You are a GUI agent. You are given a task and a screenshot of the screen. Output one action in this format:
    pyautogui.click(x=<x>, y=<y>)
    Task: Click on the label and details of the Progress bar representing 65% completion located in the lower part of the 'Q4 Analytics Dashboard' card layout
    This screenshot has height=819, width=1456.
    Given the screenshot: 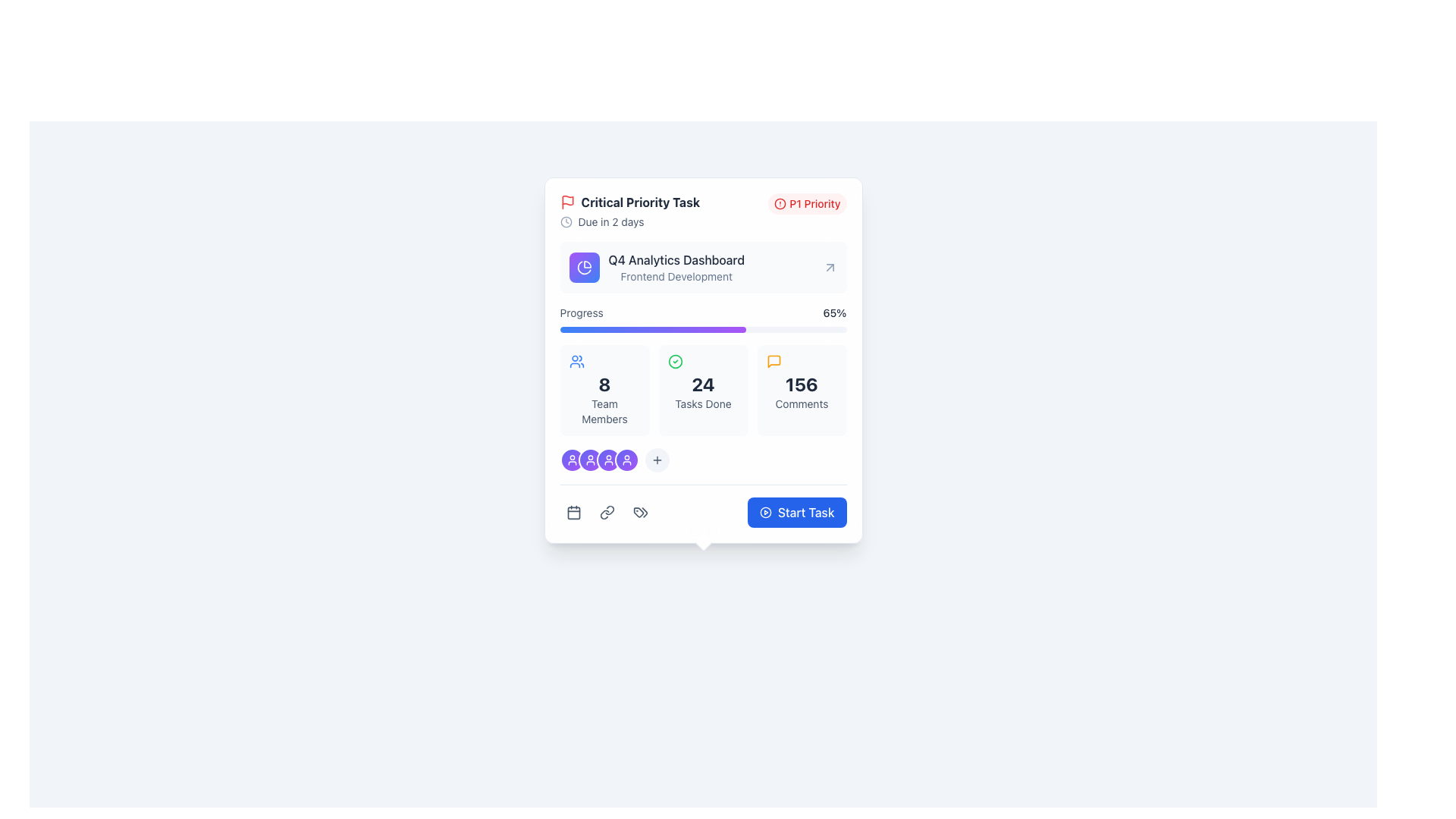 What is the action you would take?
    pyautogui.click(x=702, y=318)
    